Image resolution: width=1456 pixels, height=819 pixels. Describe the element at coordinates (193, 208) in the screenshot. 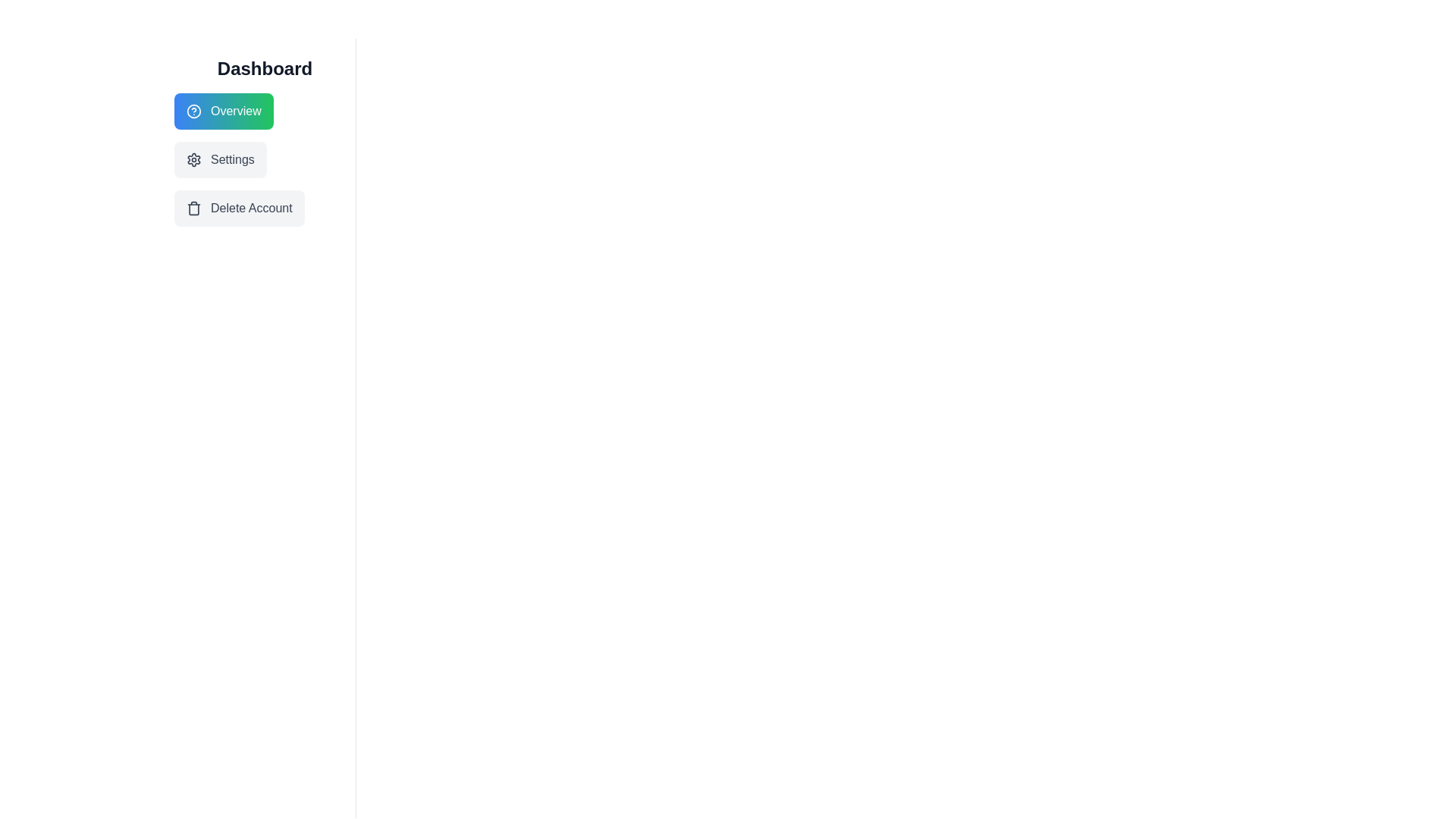

I see `the 'Delete Account' button icon, which is located at the leftmost position within the third option of the vertical navigation menu` at that location.